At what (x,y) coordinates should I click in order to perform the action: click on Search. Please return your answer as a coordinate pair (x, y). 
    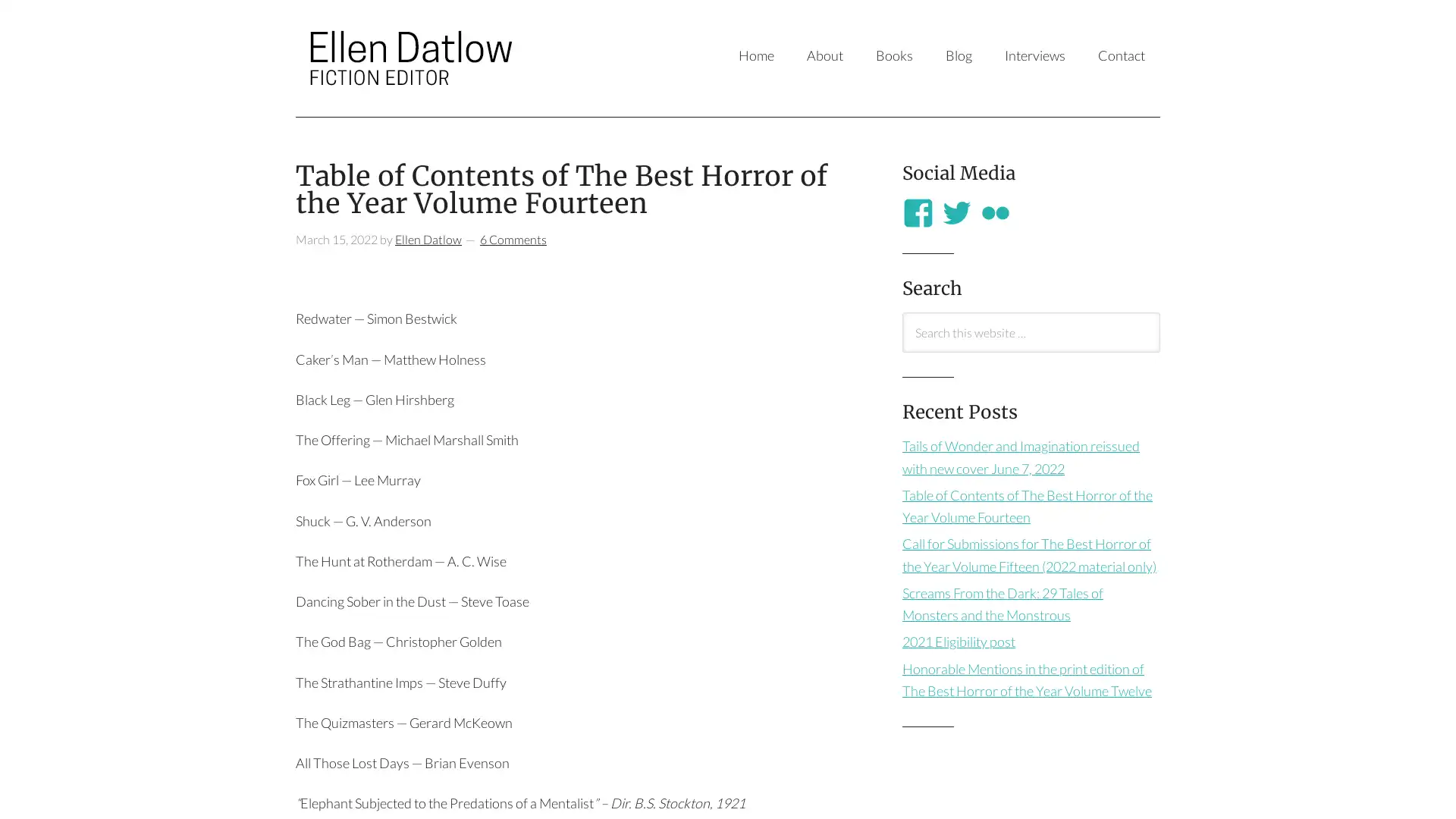
    Looking at the image, I should click on (902, 351).